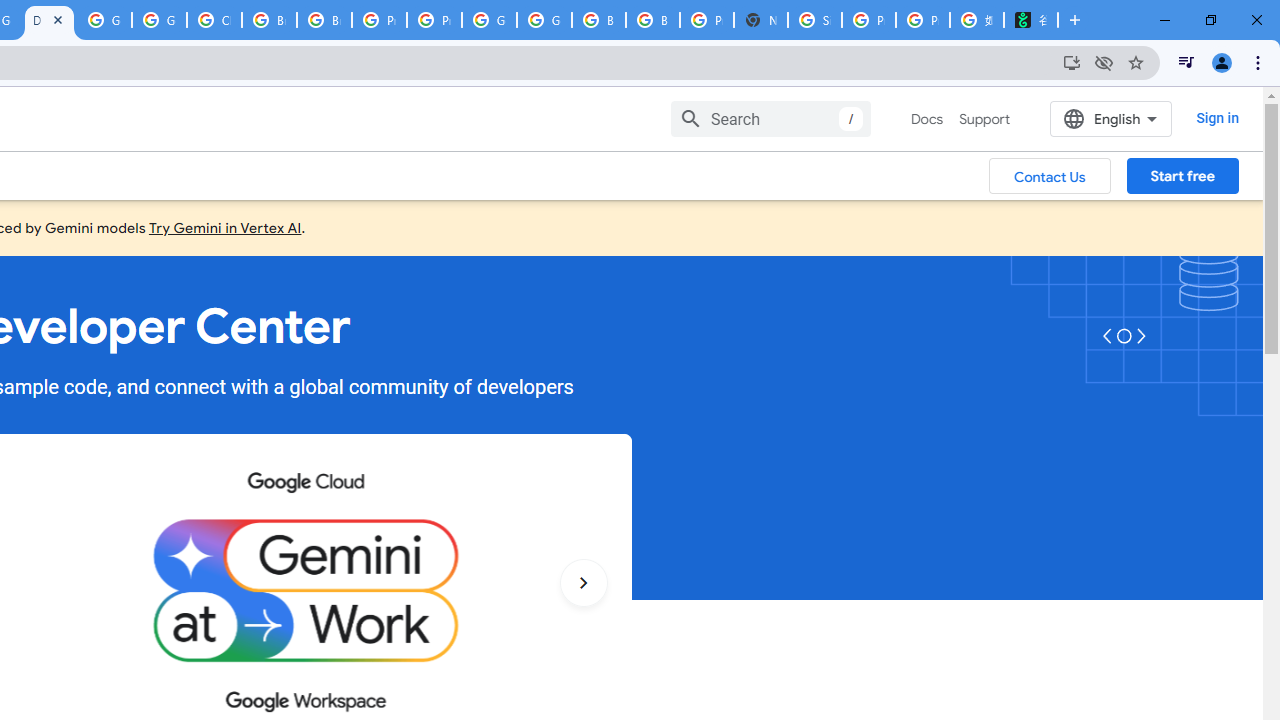 The width and height of the screenshot is (1280, 720). I want to click on 'Sign in - Google Accounts', so click(815, 20).